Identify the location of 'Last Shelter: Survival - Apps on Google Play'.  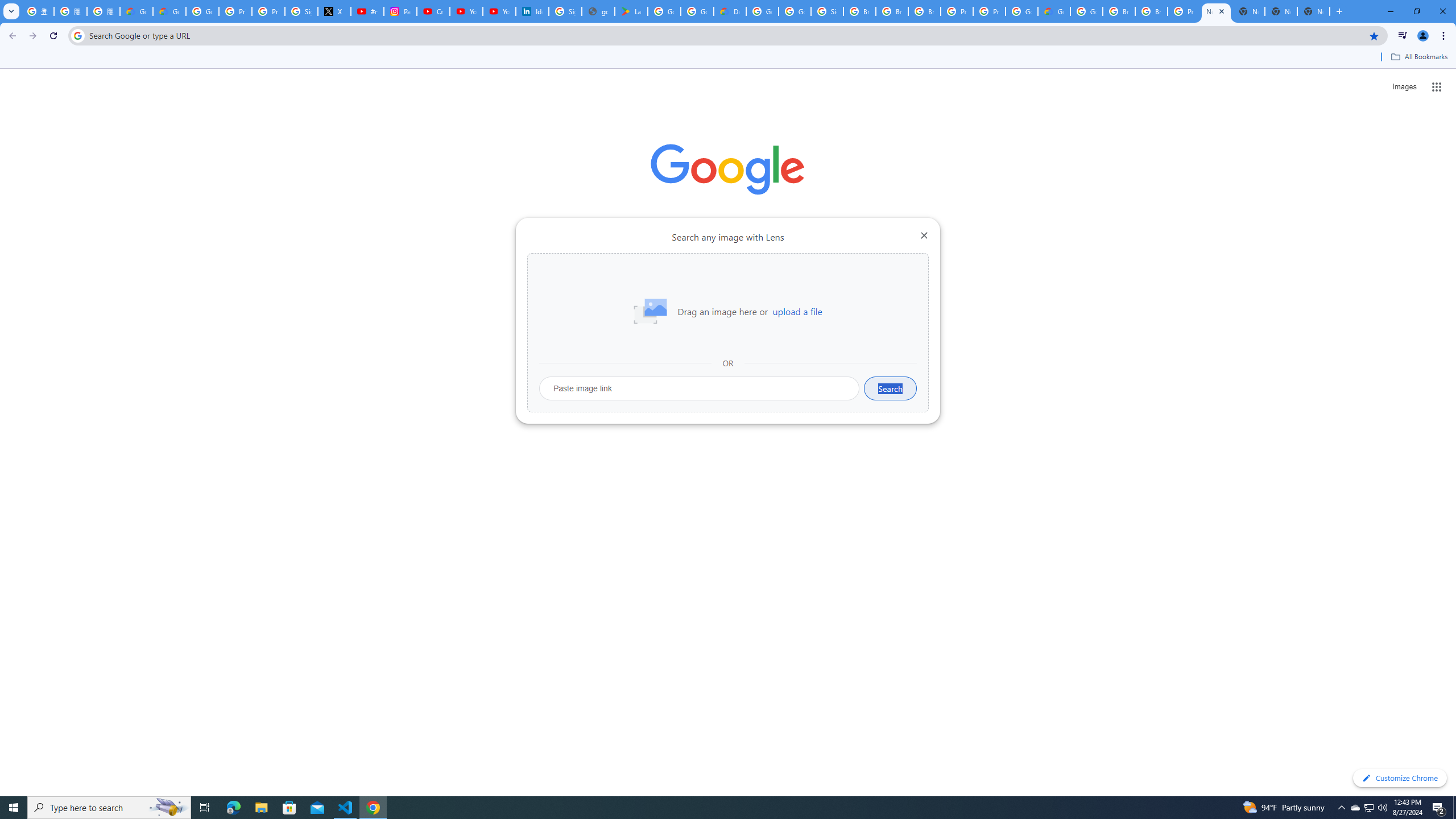
(630, 11).